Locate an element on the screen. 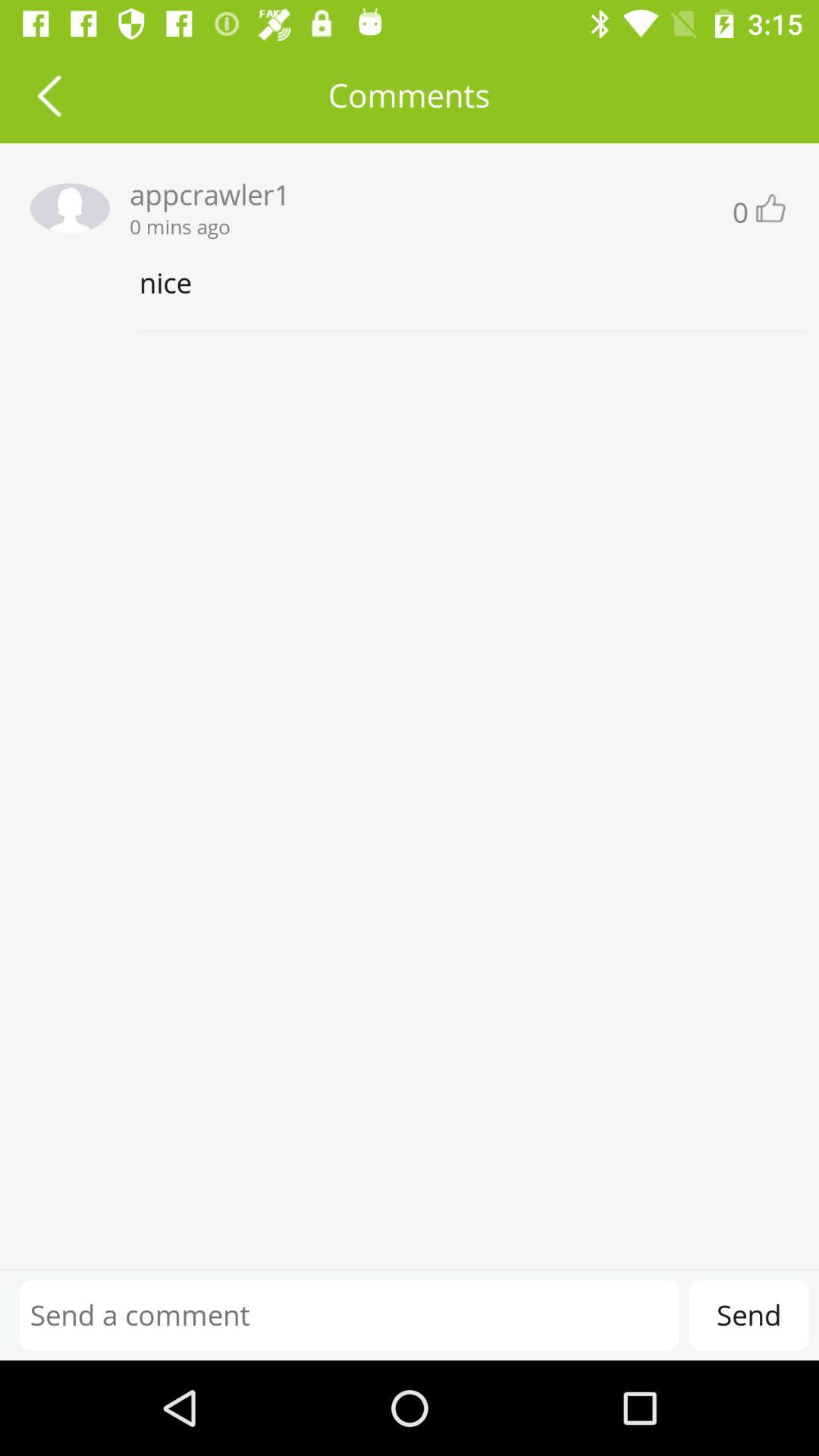 This screenshot has height=1456, width=819. previous is located at coordinates (48, 94).